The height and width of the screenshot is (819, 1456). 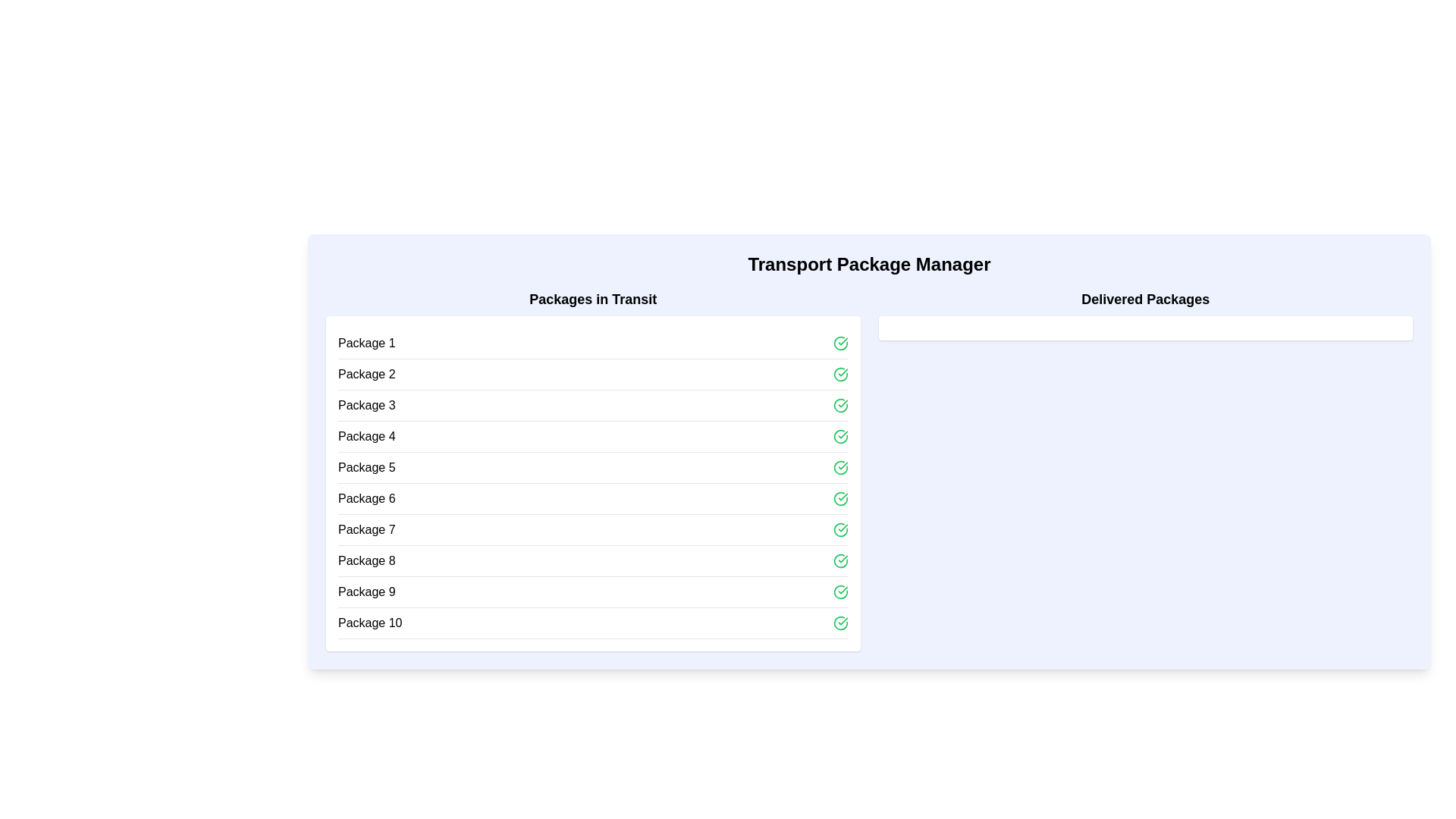 What do you see at coordinates (839, 436) in the screenshot?
I see `the interactive icon located to the far right of the row labeled 'Package 4' in the 'Packages in Transit' section to initiate or confirm an action` at bounding box center [839, 436].